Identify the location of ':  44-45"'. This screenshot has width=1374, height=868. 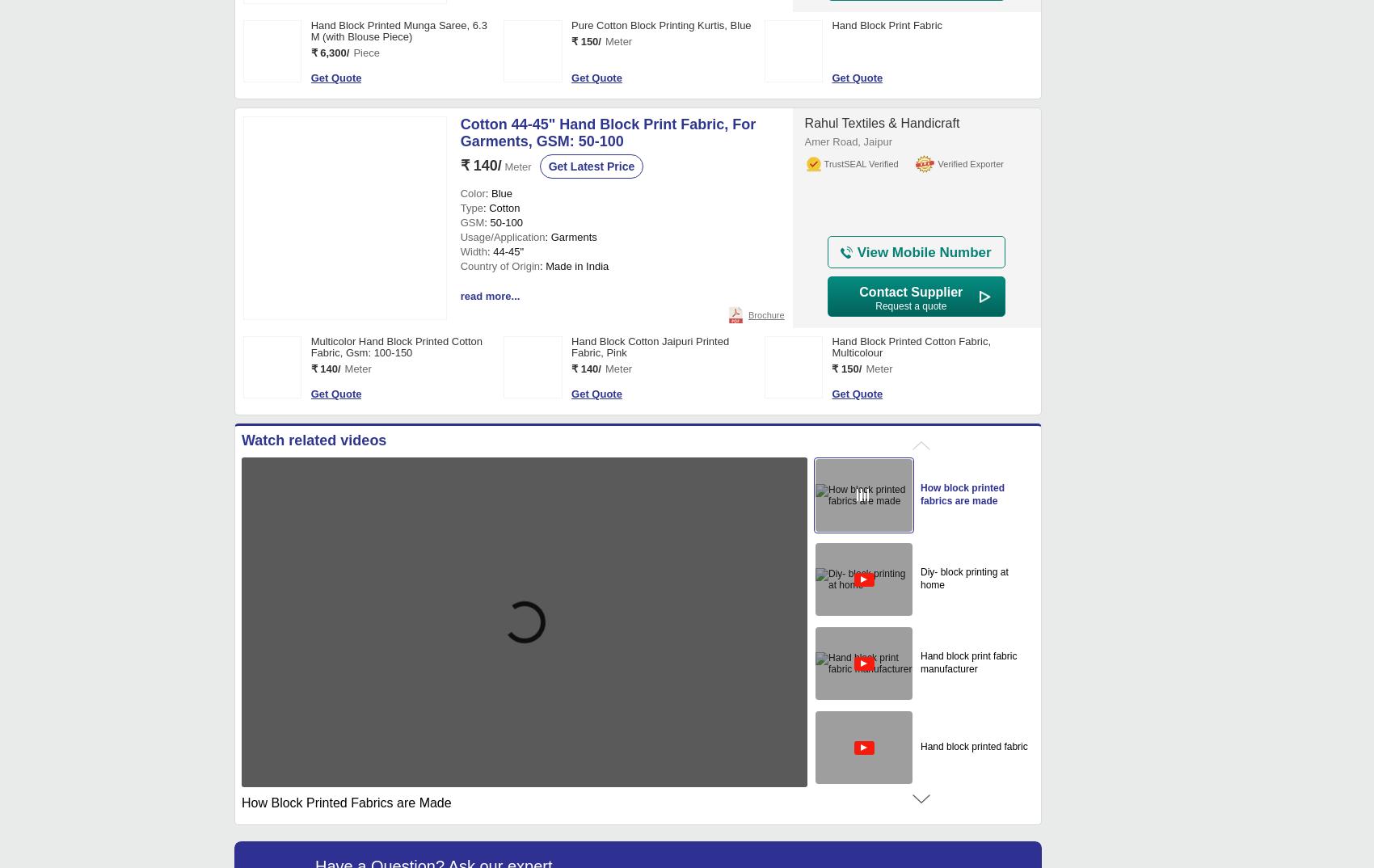
(504, 251).